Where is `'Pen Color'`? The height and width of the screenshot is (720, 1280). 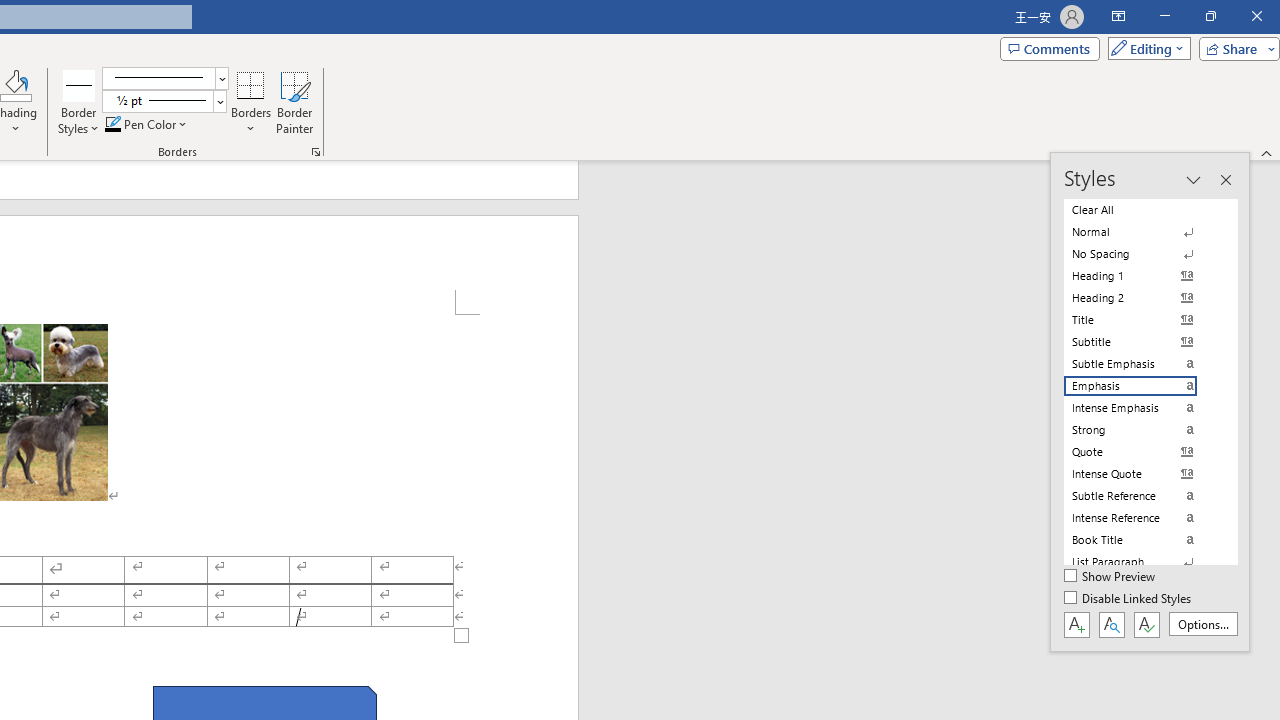 'Pen Color' is located at coordinates (146, 124).